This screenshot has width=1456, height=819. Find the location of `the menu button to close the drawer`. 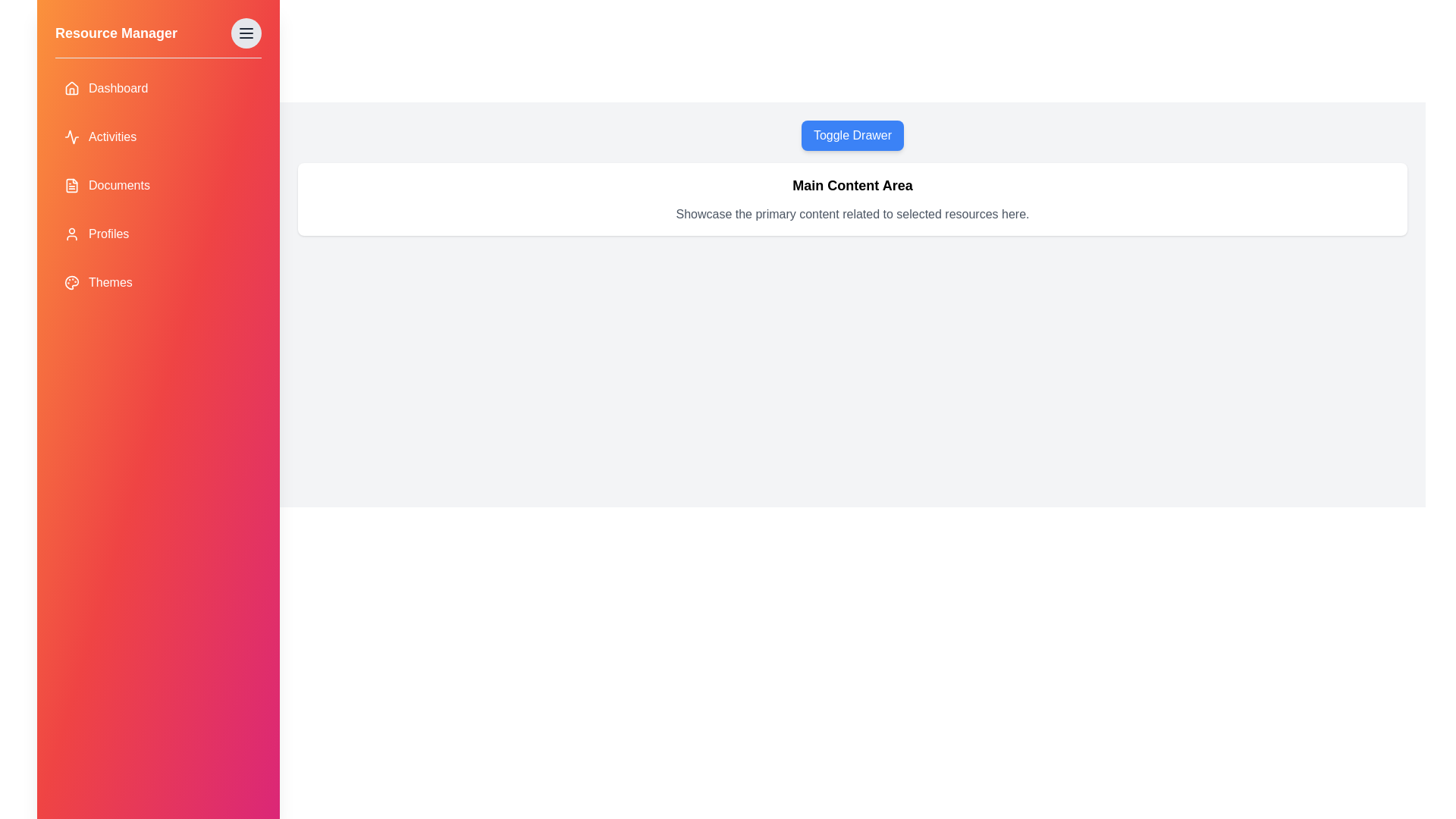

the menu button to close the drawer is located at coordinates (246, 33).